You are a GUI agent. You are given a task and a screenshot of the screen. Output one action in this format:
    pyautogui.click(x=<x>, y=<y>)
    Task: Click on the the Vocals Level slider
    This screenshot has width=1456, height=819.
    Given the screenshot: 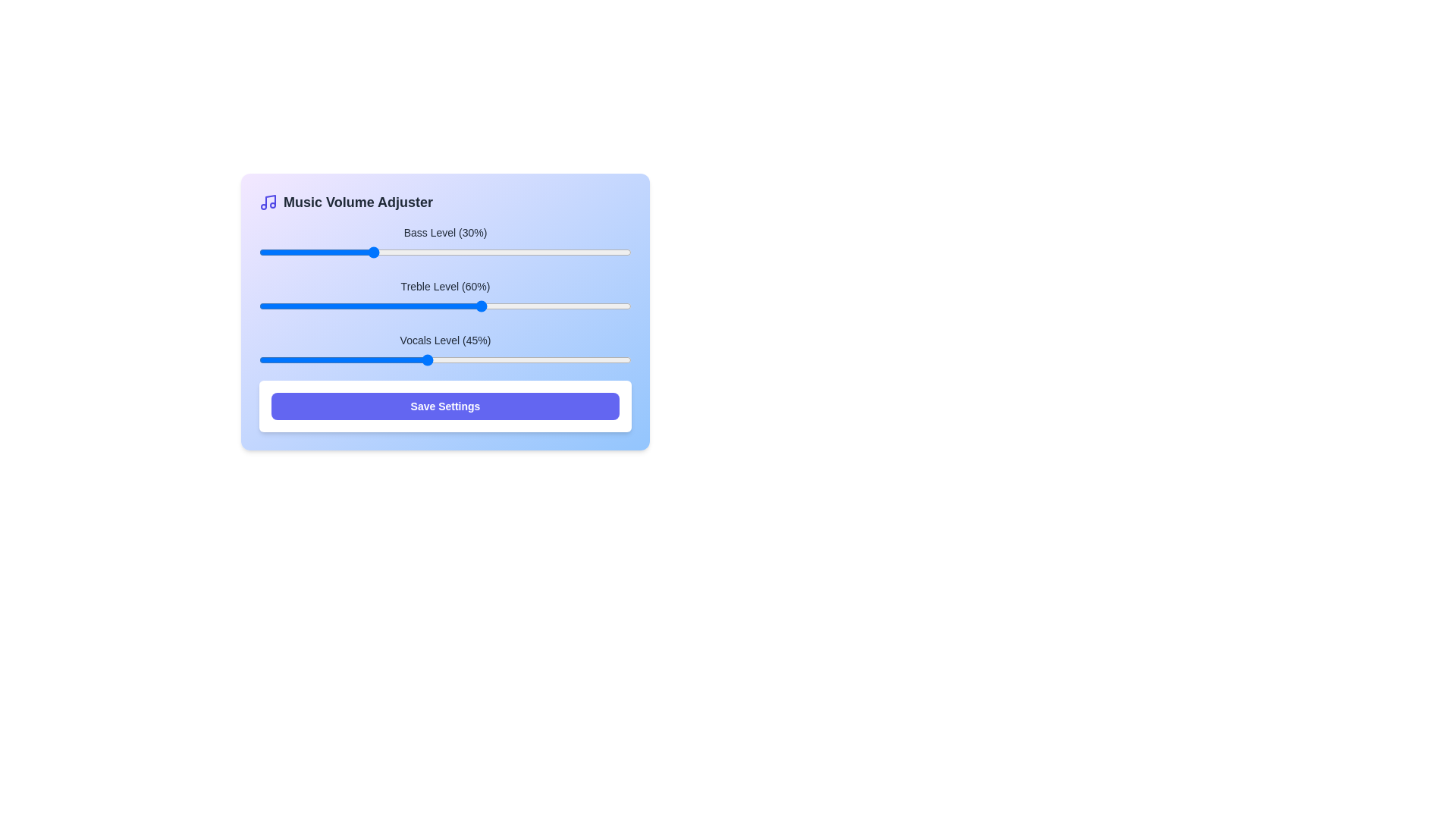 What is the action you would take?
    pyautogui.click(x=470, y=359)
    